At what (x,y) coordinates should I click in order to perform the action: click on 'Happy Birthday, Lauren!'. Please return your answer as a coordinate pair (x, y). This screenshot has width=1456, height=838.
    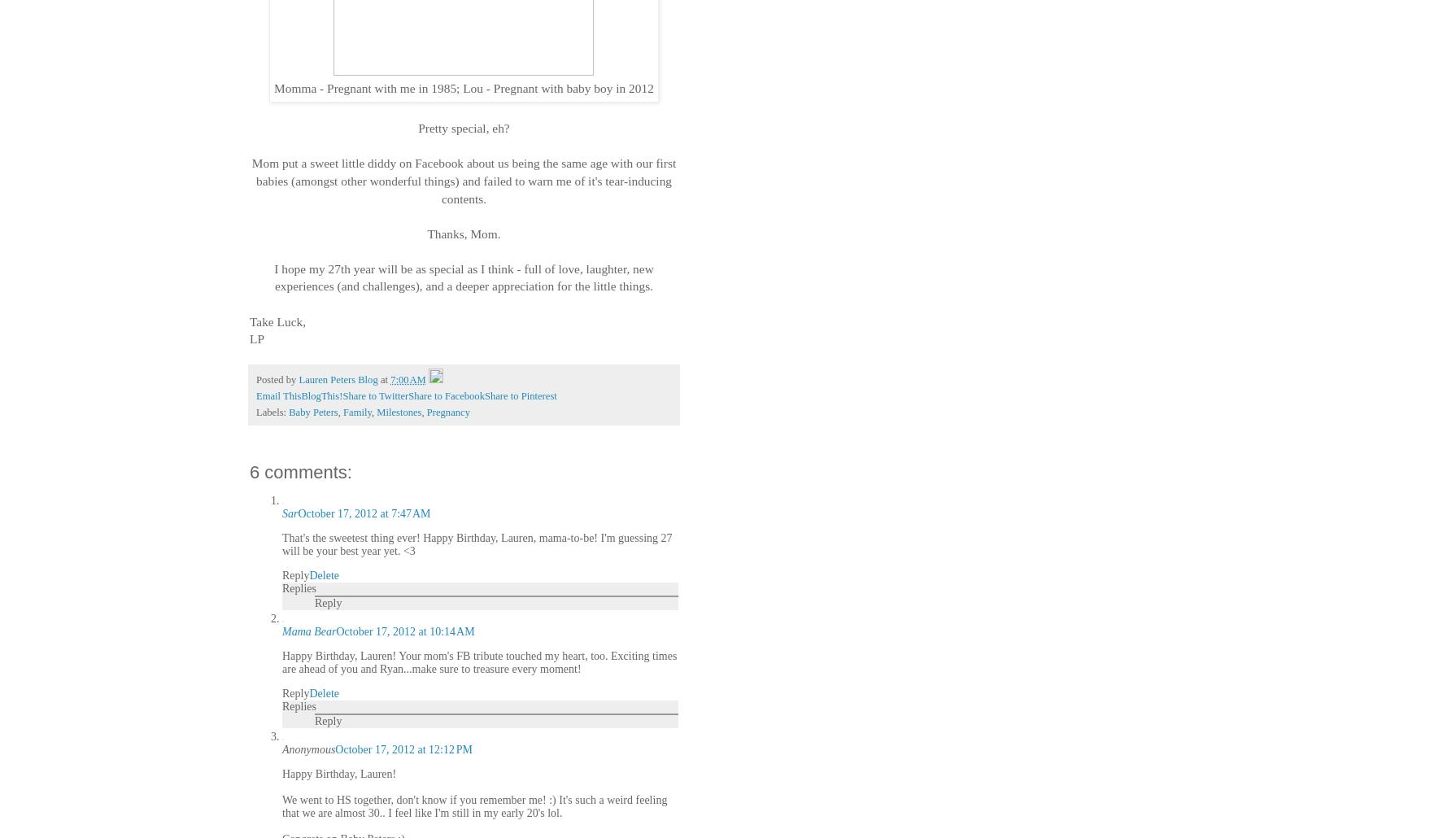
    Looking at the image, I should click on (339, 772).